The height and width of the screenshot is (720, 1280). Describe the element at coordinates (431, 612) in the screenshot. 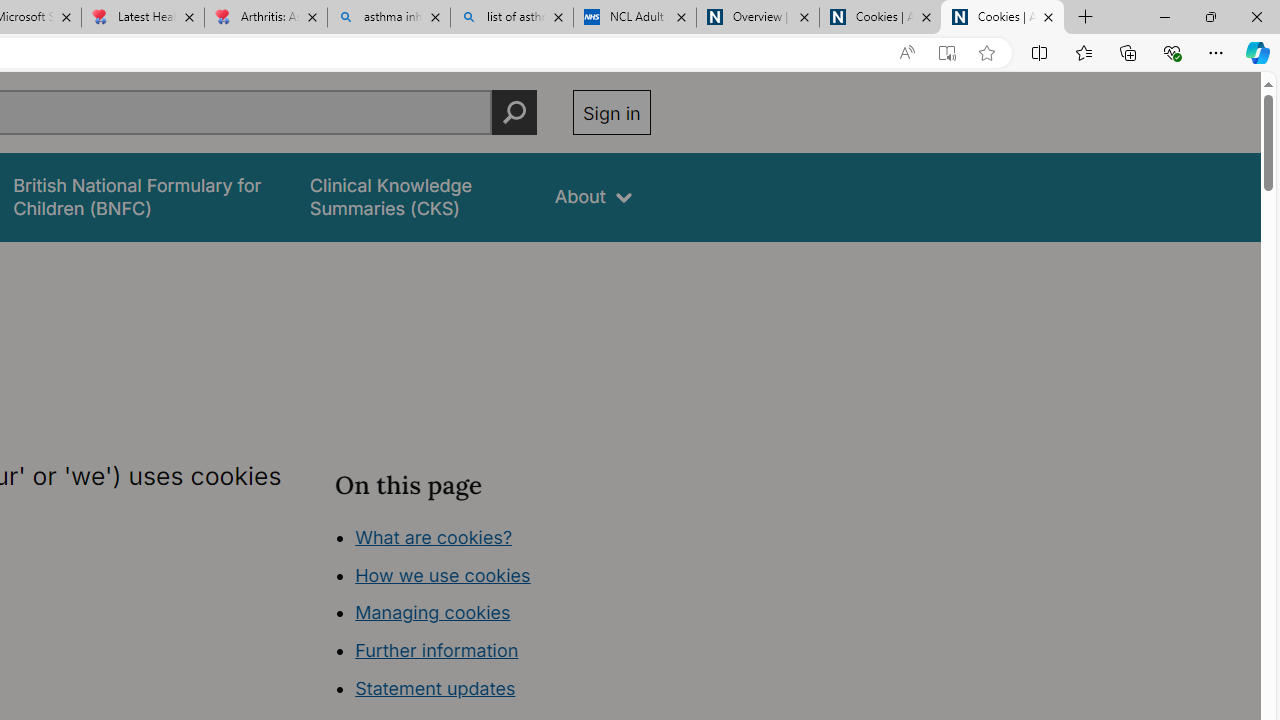

I see `'Managing cookies'` at that location.